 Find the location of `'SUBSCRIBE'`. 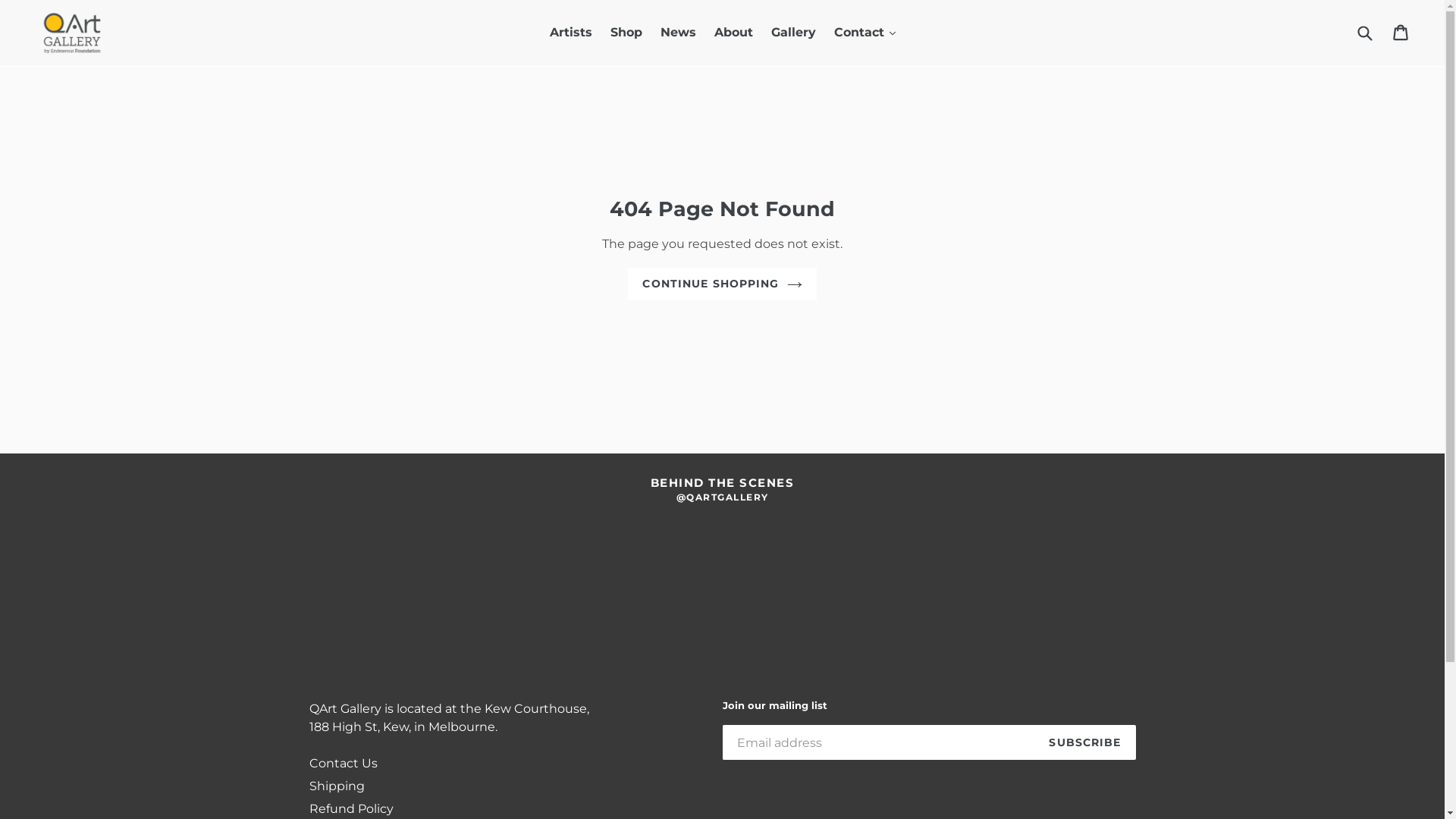

'SUBSCRIBE' is located at coordinates (1033, 742).